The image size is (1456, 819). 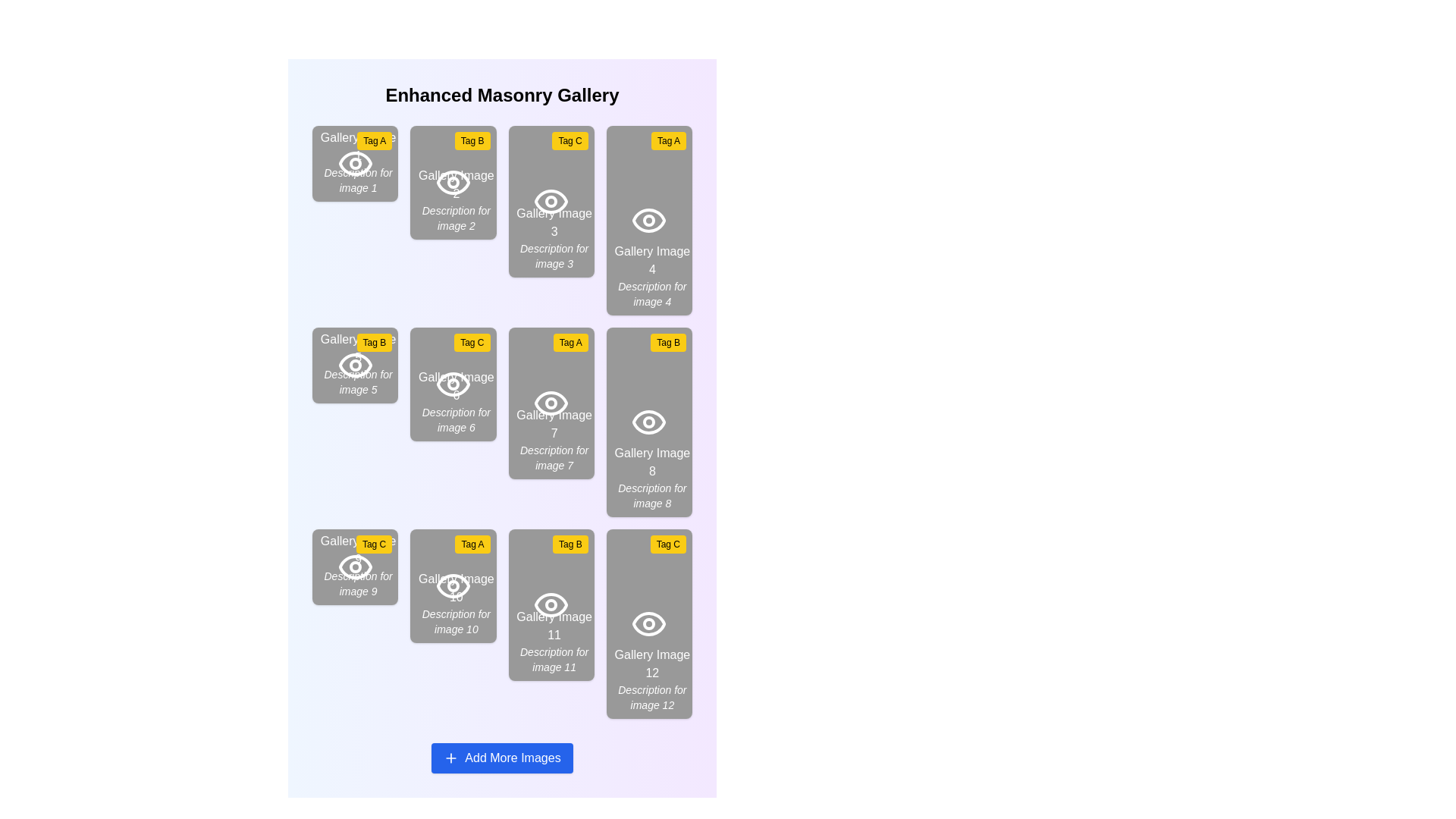 I want to click on text content of the Text Label that states 'Description for image 12.' positioned on a gray background under 'Gallery Image 12.', so click(x=652, y=698).